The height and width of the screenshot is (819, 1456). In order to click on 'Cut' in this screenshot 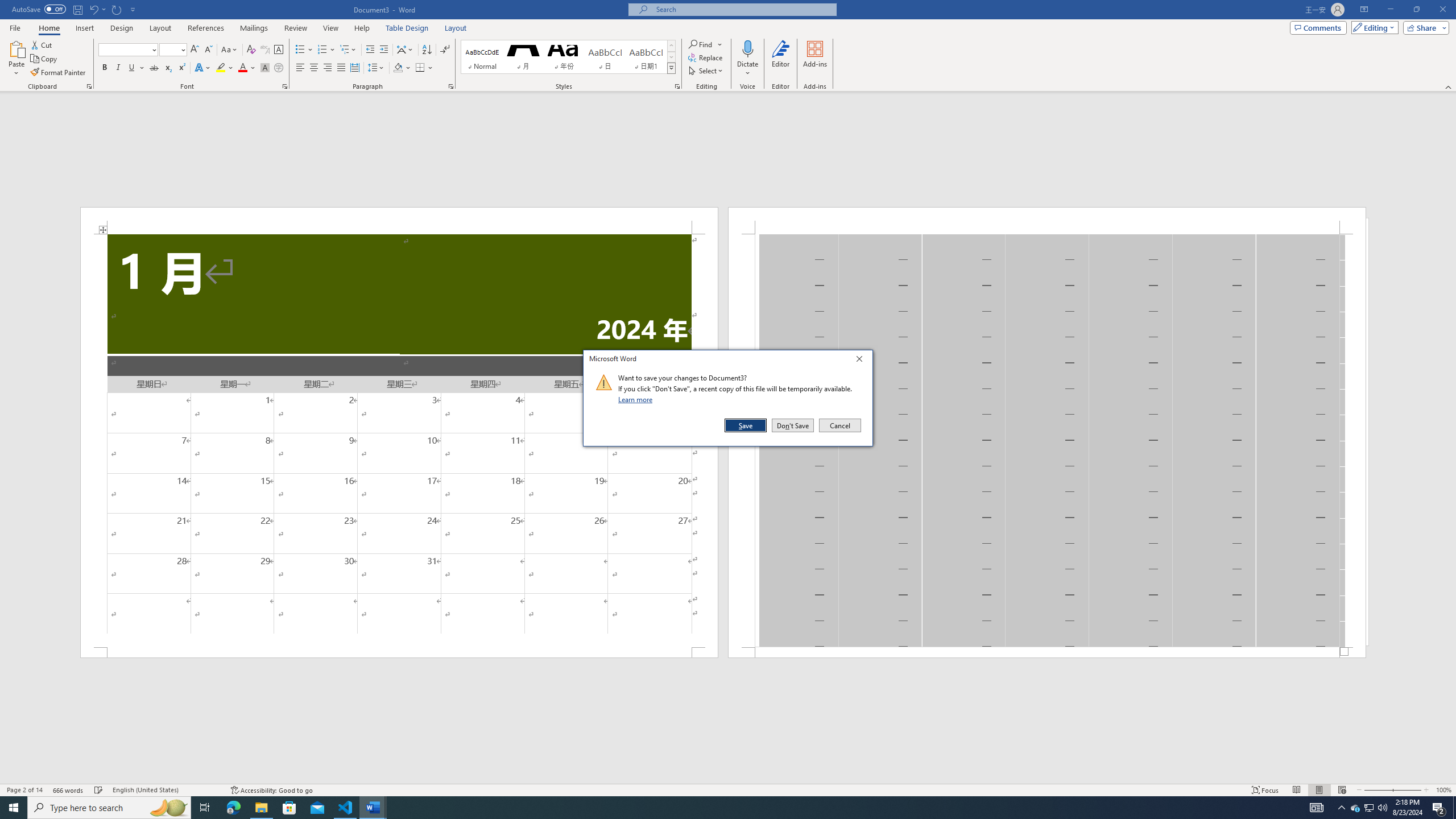, I will do `click(42, 44)`.